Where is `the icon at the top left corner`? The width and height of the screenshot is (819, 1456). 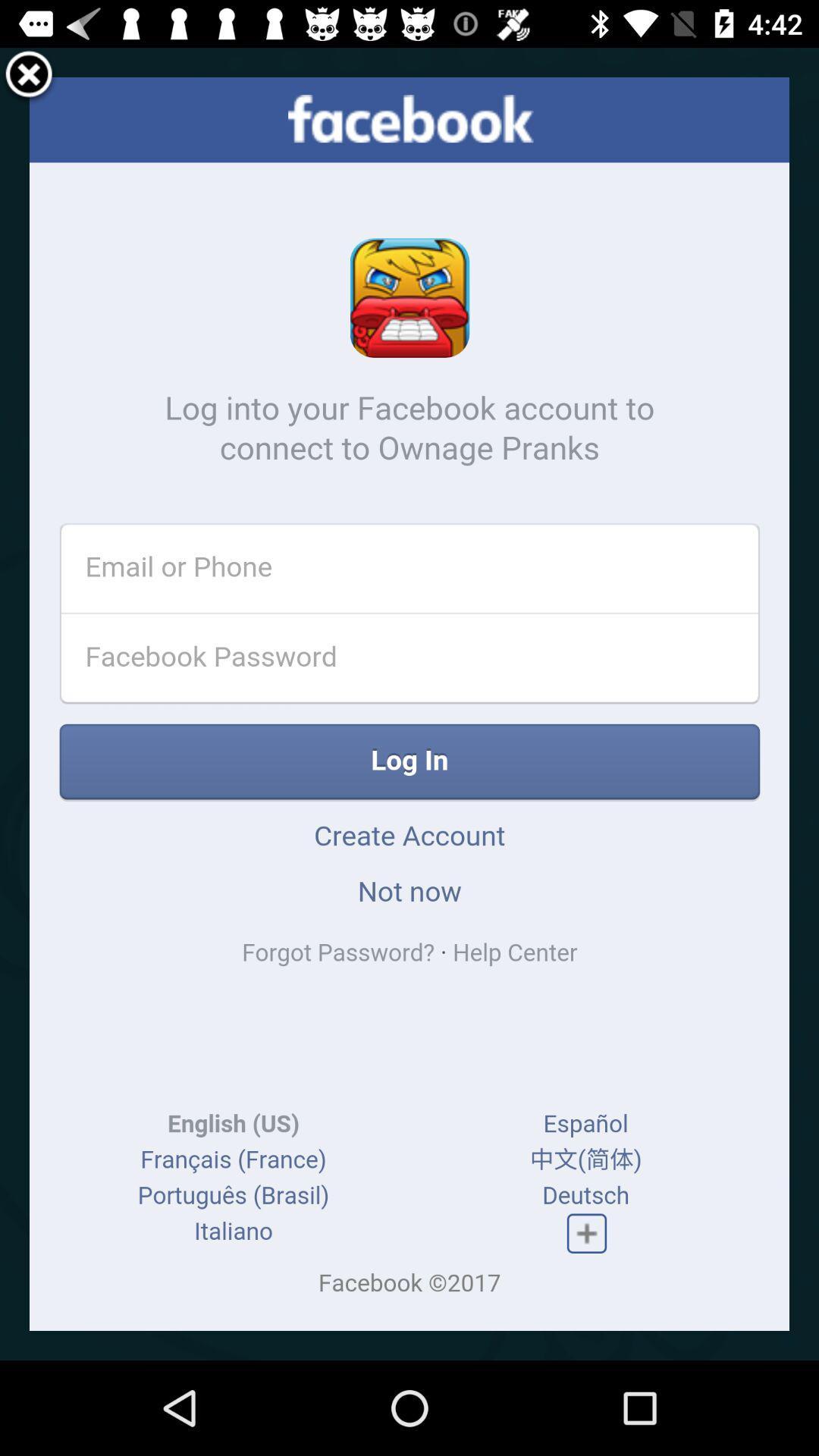
the icon at the top left corner is located at coordinates (29, 76).